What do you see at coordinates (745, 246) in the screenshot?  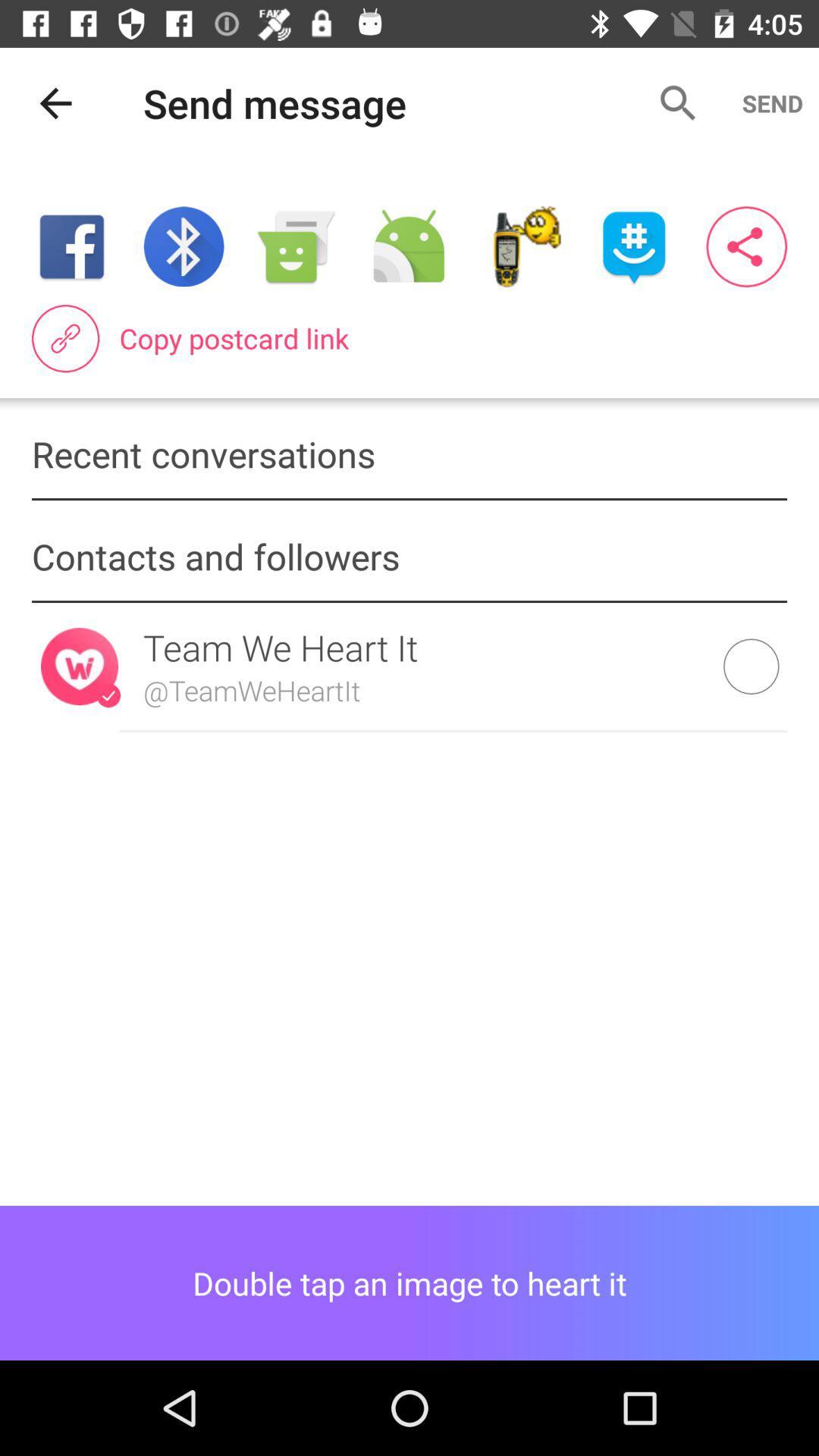 I see `more share options` at bounding box center [745, 246].